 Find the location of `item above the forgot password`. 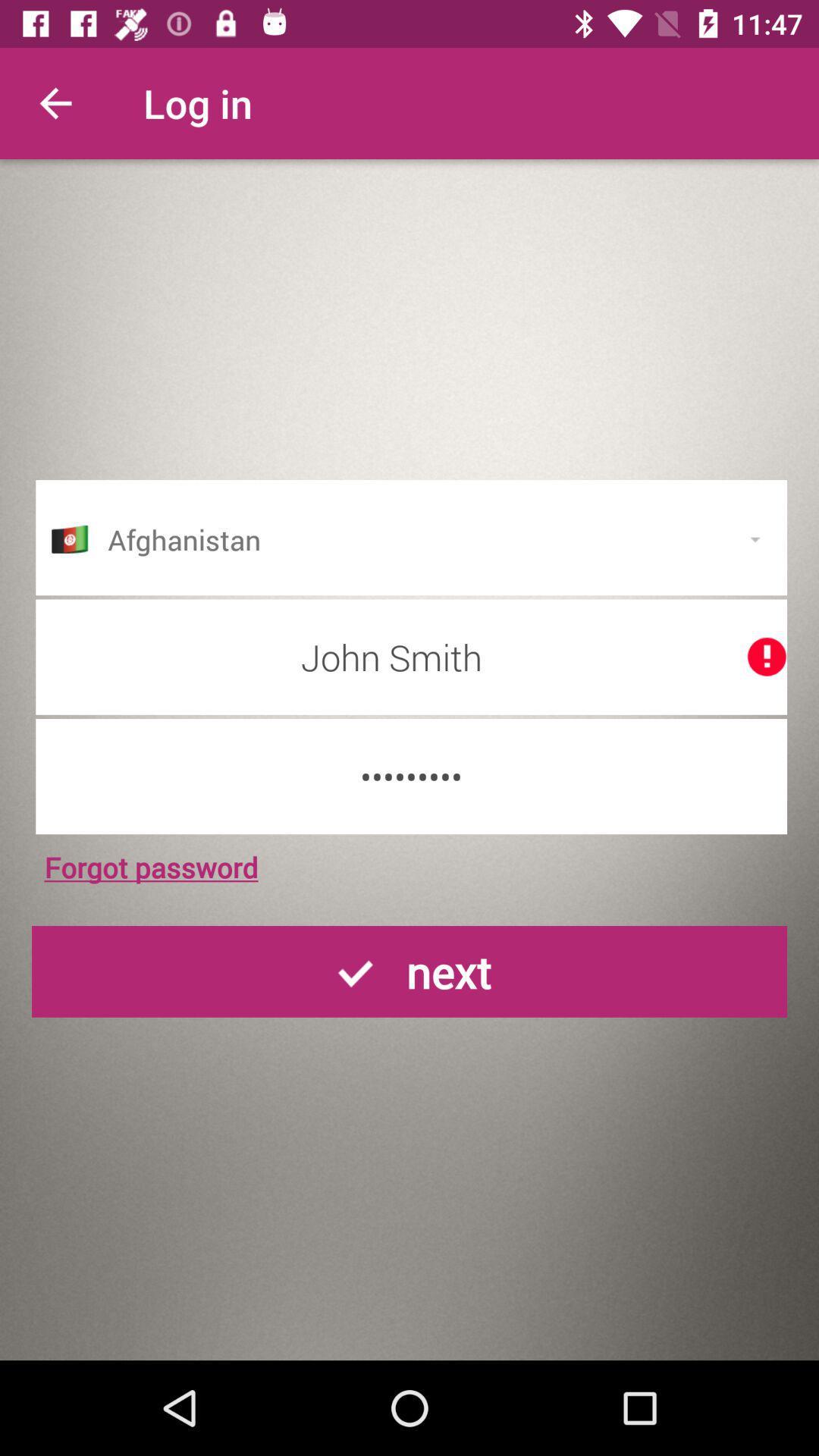

item above the forgot password is located at coordinates (411, 777).